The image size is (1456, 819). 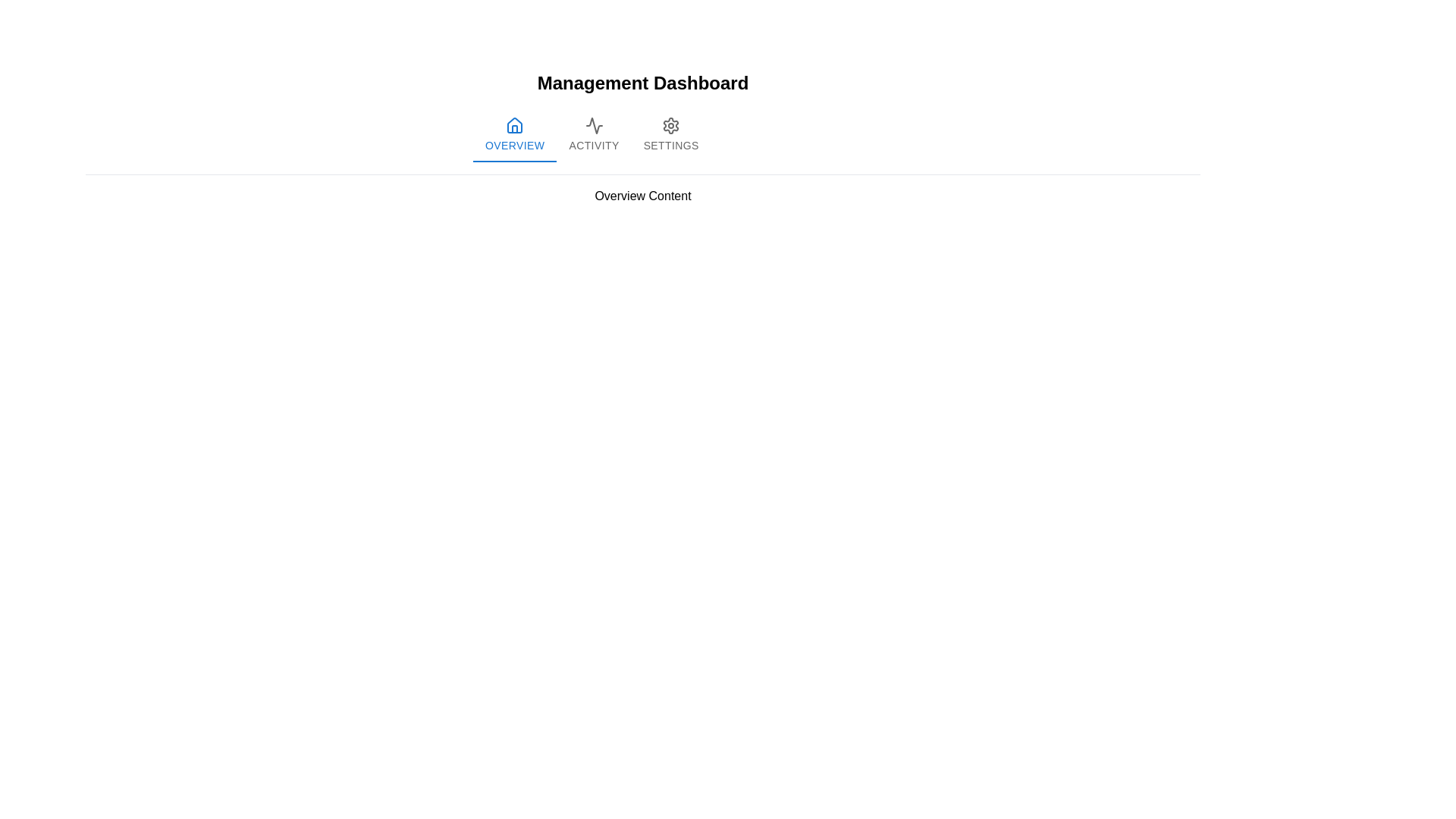 I want to click on the text block displaying 'Overview Content', which is located centrally beneath the navigation tabs in the Management Dashboard, so click(x=643, y=189).